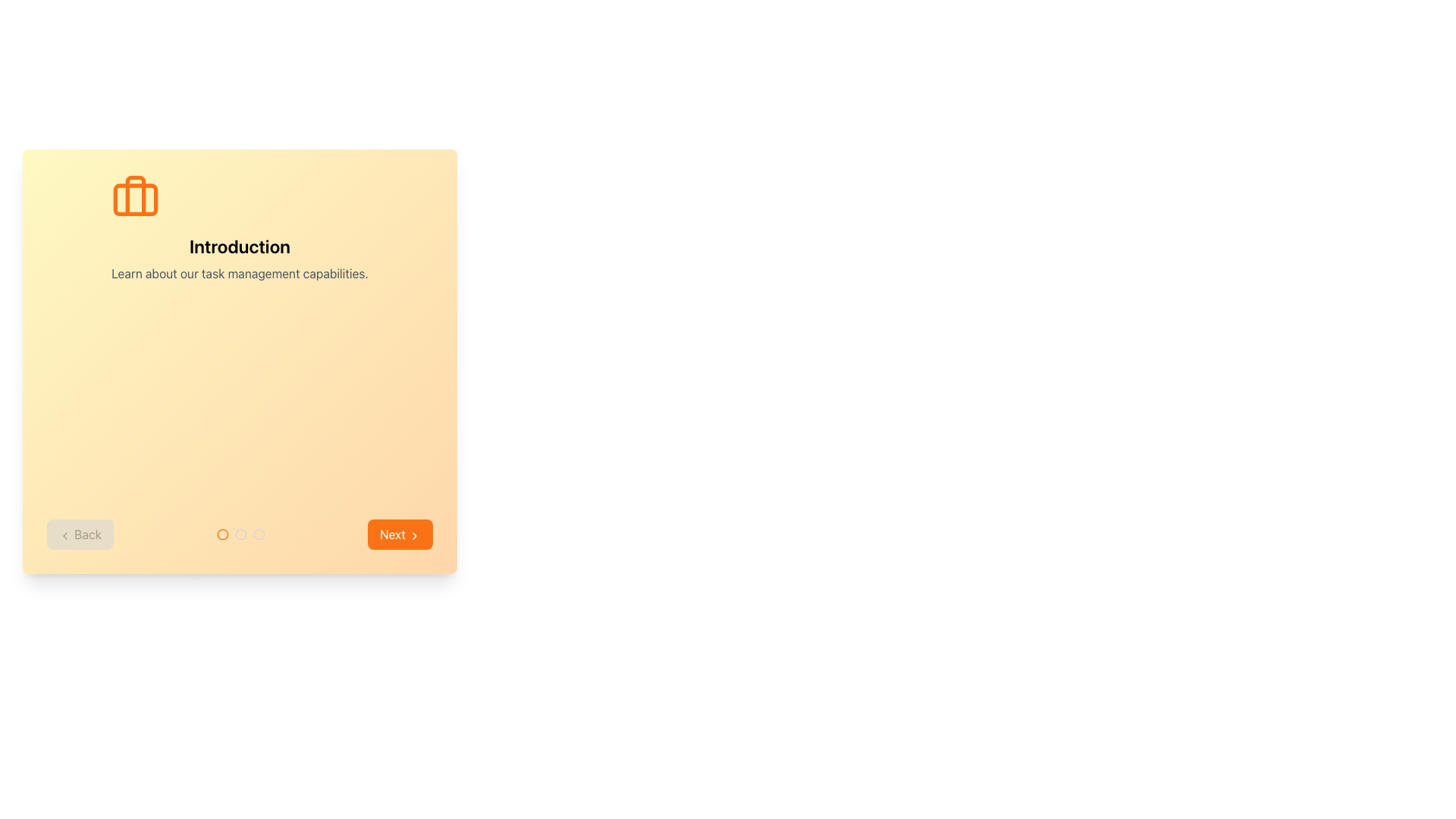 The height and width of the screenshot is (819, 1456). Describe the element at coordinates (221, 534) in the screenshot. I see `the first circular navigation indicator located at the bottom center of the card` at that location.